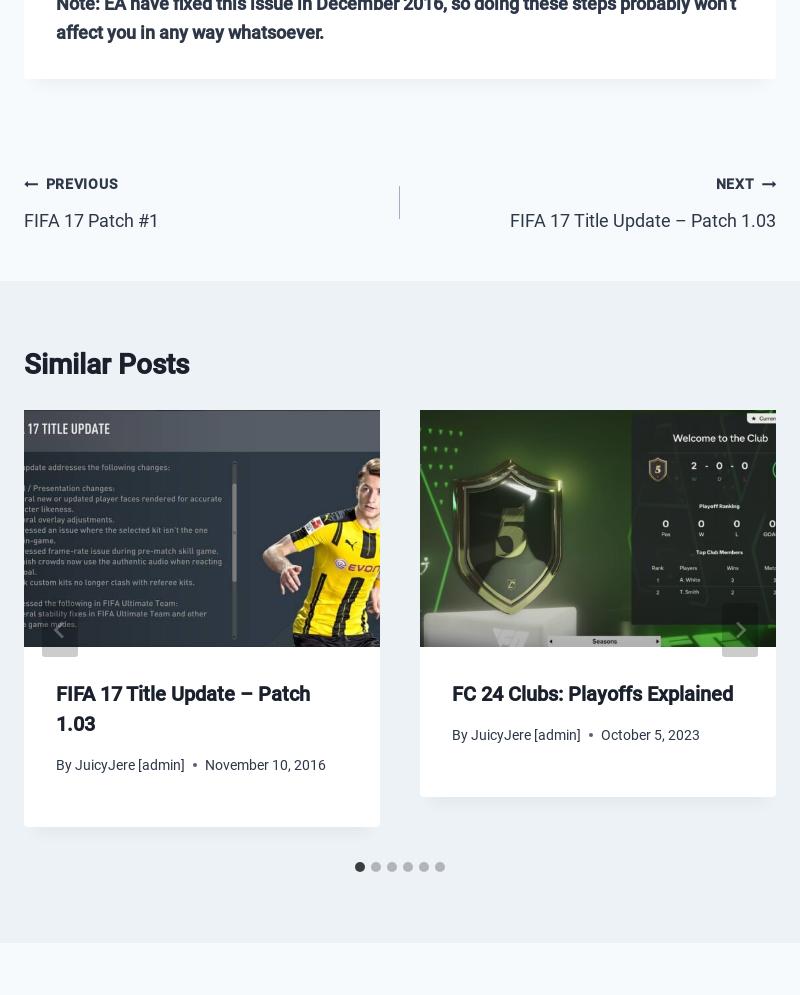 This screenshot has height=995, width=800. I want to click on 'FC 24 Clubs: Playoffs Explained', so click(591, 694).